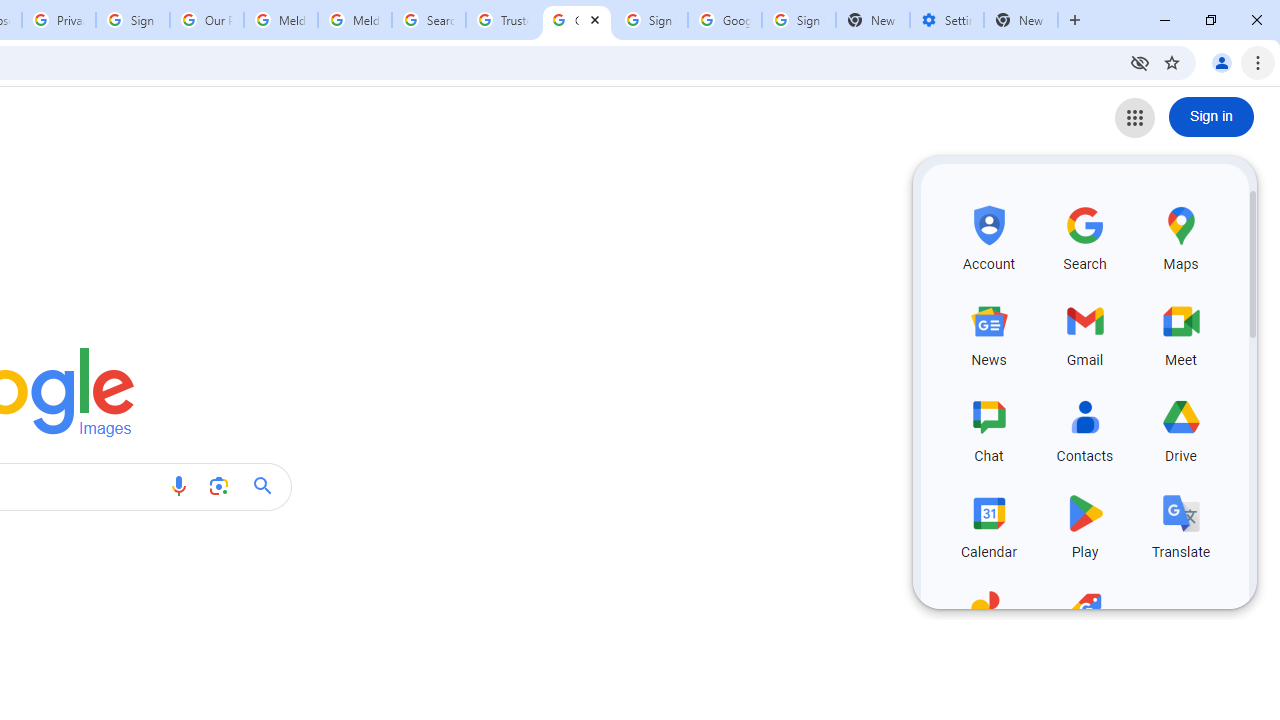 This screenshot has width=1280, height=720. What do you see at coordinates (988, 427) in the screenshot?
I see `'Chat, row 3 of 5 and column 1 of 3 in the first section'` at bounding box center [988, 427].